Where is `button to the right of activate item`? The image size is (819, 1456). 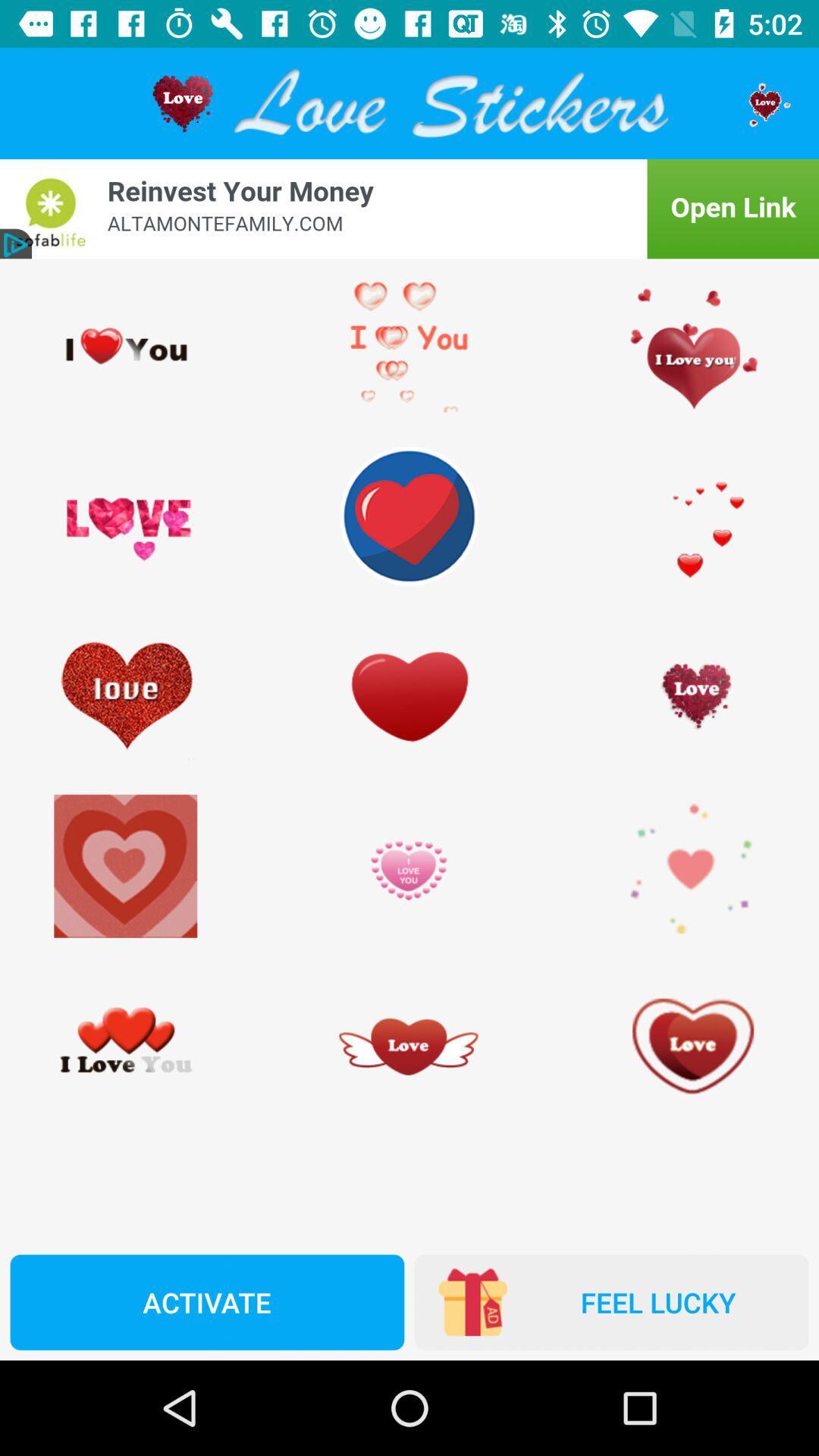
button to the right of activate item is located at coordinates (610, 1301).